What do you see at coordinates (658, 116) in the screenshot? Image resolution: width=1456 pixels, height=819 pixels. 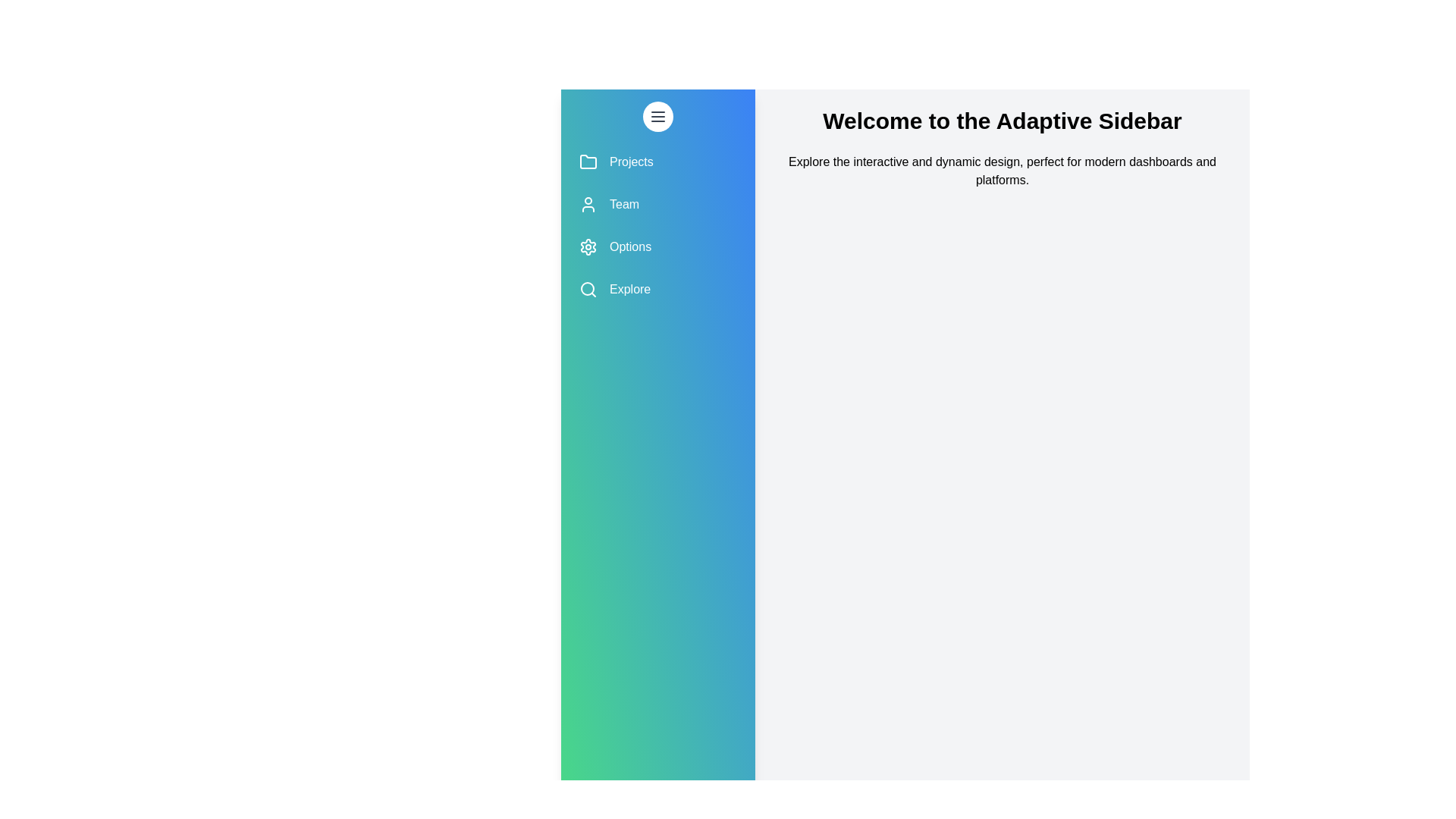 I see `toggle button to expand or collapse the sidebar` at bounding box center [658, 116].